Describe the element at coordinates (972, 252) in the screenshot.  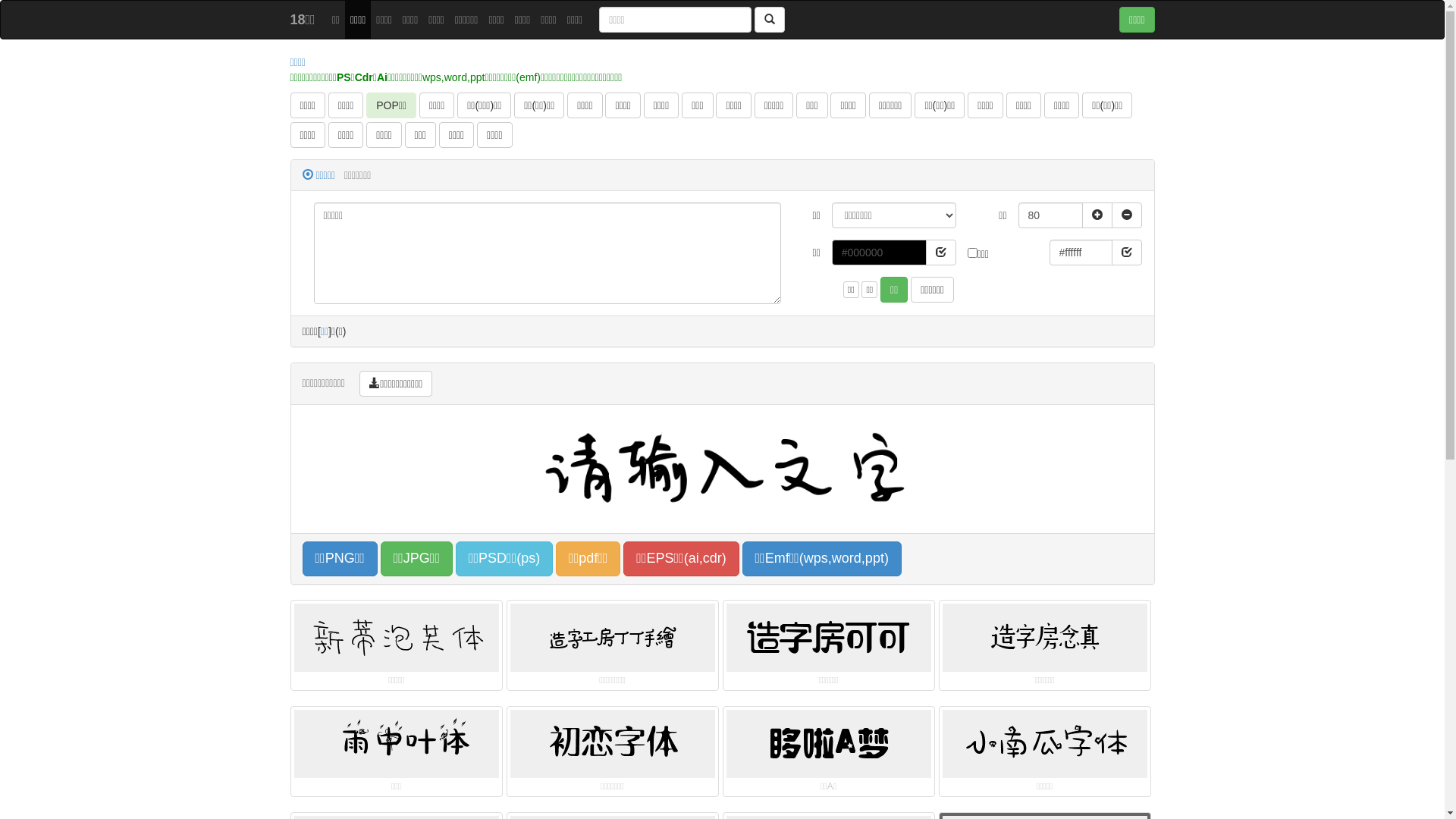
I see `'on'` at that location.